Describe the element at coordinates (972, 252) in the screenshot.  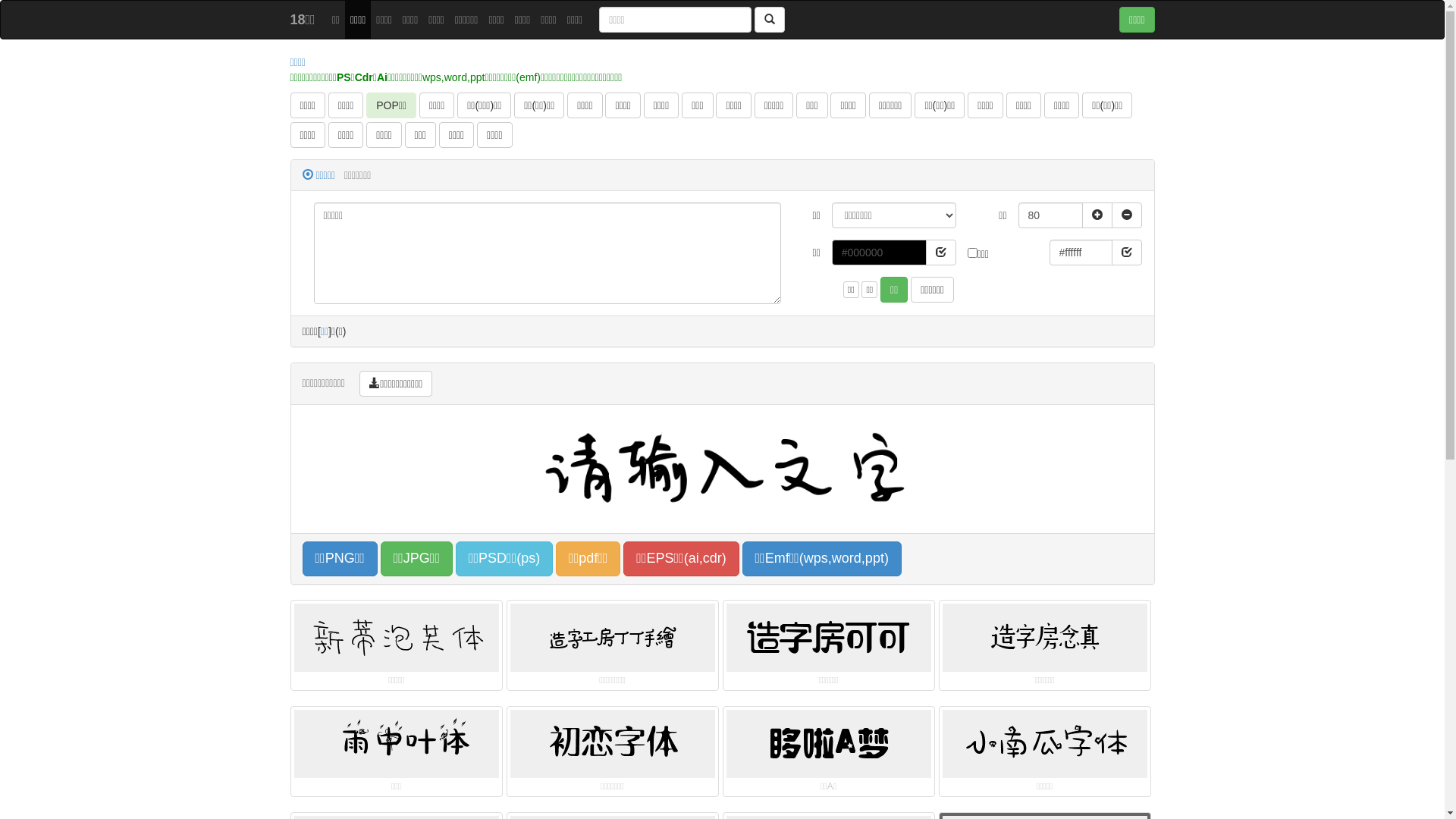
I see `'on'` at that location.